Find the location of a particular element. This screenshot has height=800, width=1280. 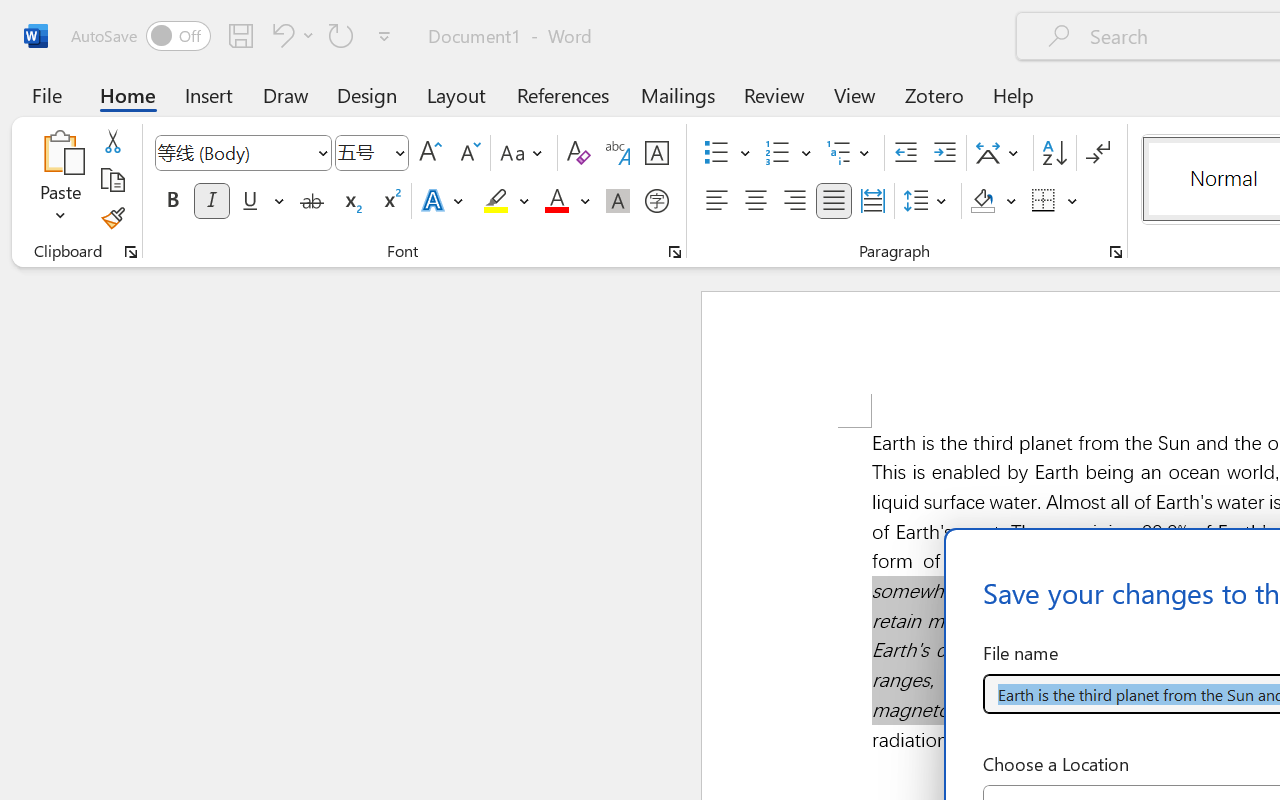

'Shading' is located at coordinates (993, 201).